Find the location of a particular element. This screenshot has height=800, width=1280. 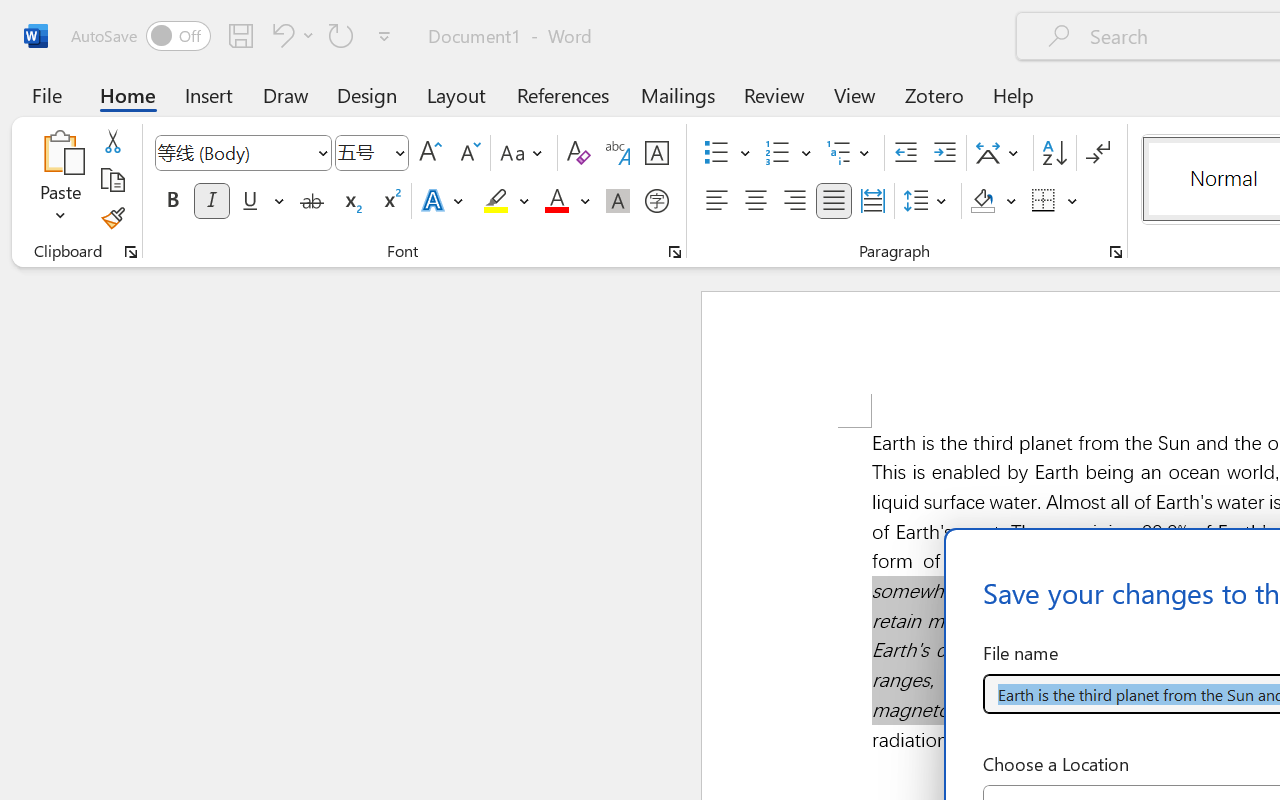

'Shading' is located at coordinates (993, 201).